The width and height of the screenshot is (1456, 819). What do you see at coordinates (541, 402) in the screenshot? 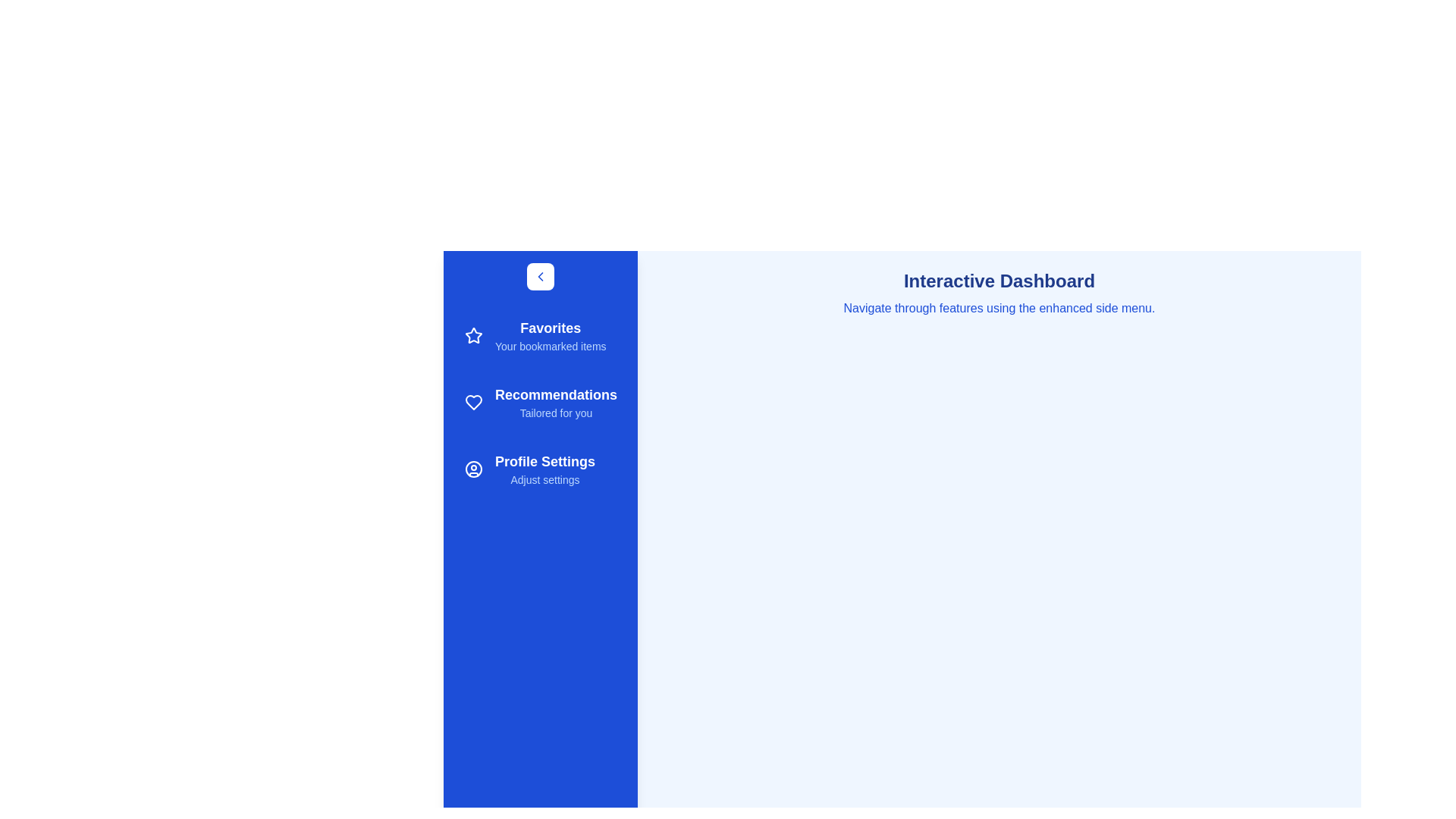
I see `the sidebar option Recommendations` at bounding box center [541, 402].